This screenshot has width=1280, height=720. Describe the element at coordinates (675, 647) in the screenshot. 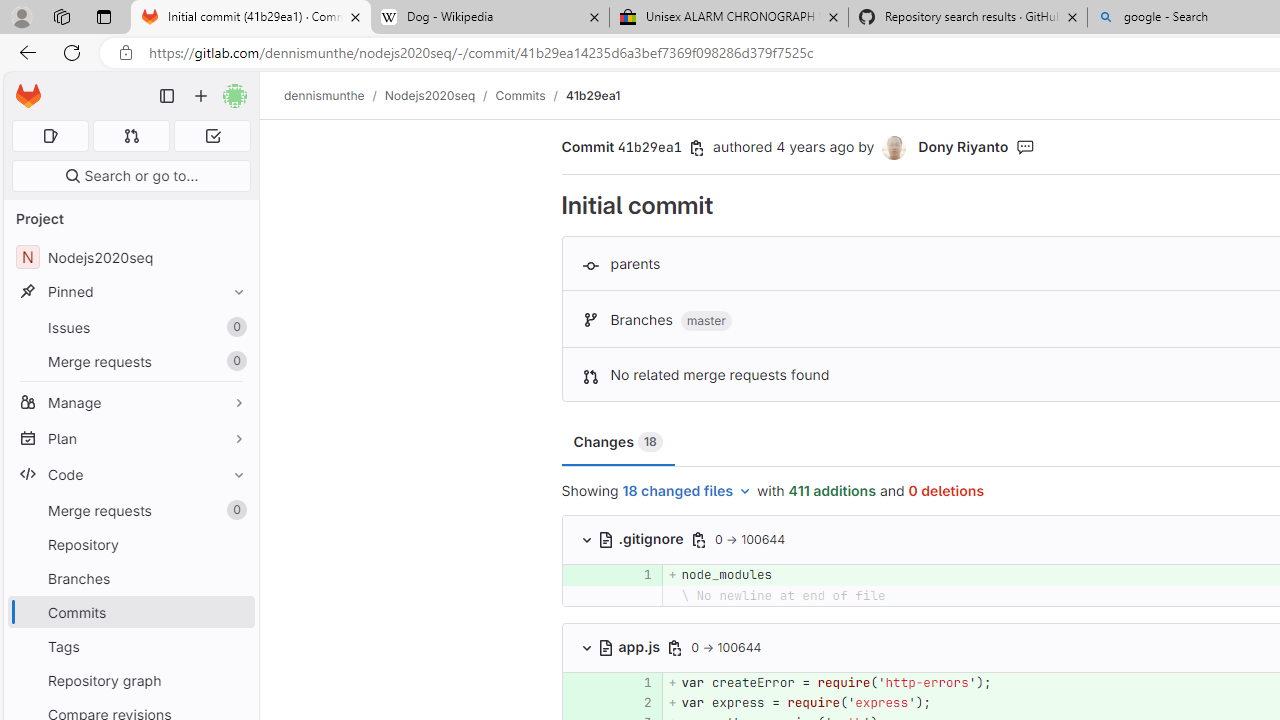

I see `'Class: s16 gl-icon gl-button-icon '` at that location.